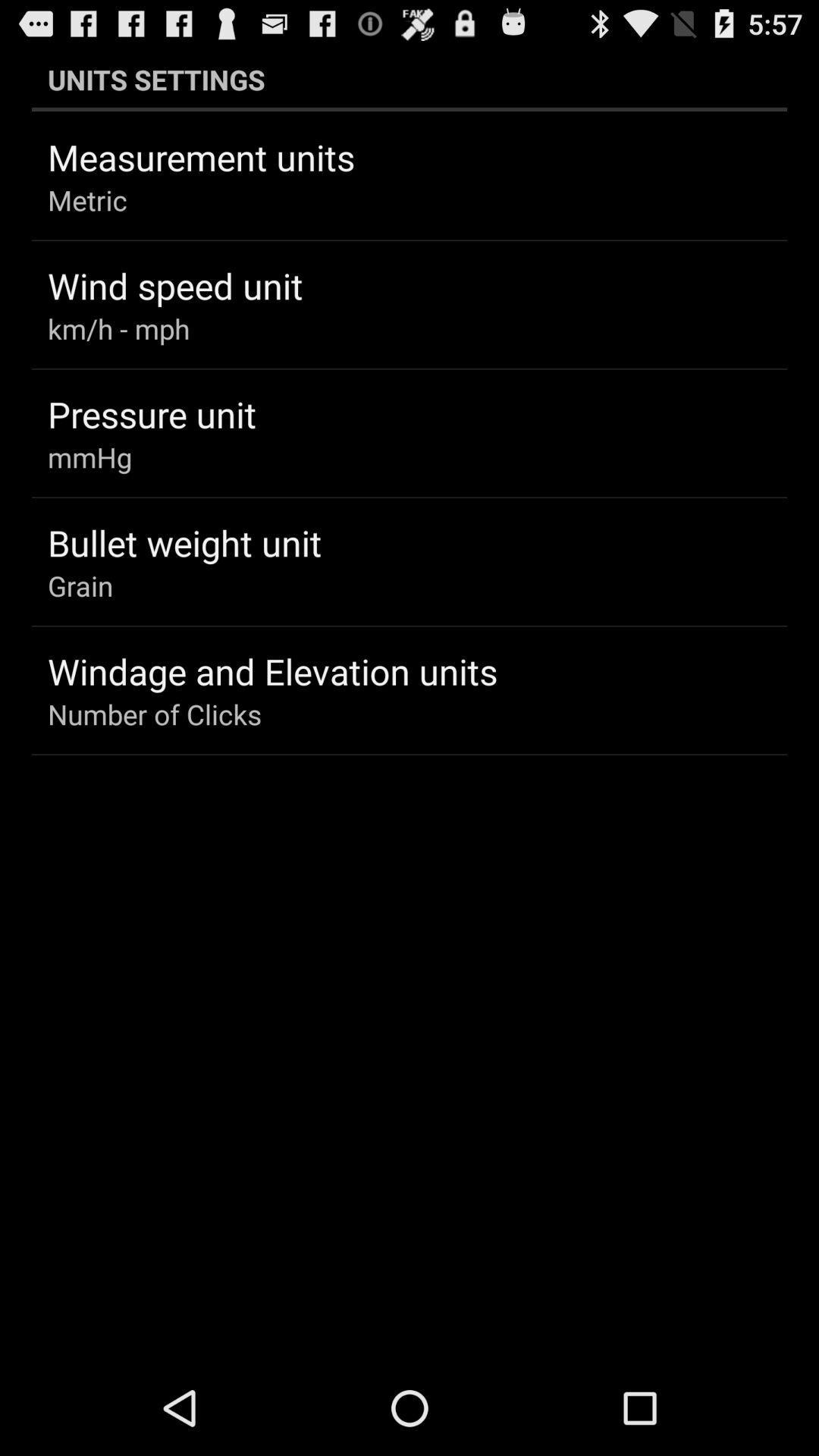 This screenshot has width=819, height=1456. I want to click on the icon below the measurement units icon, so click(87, 199).